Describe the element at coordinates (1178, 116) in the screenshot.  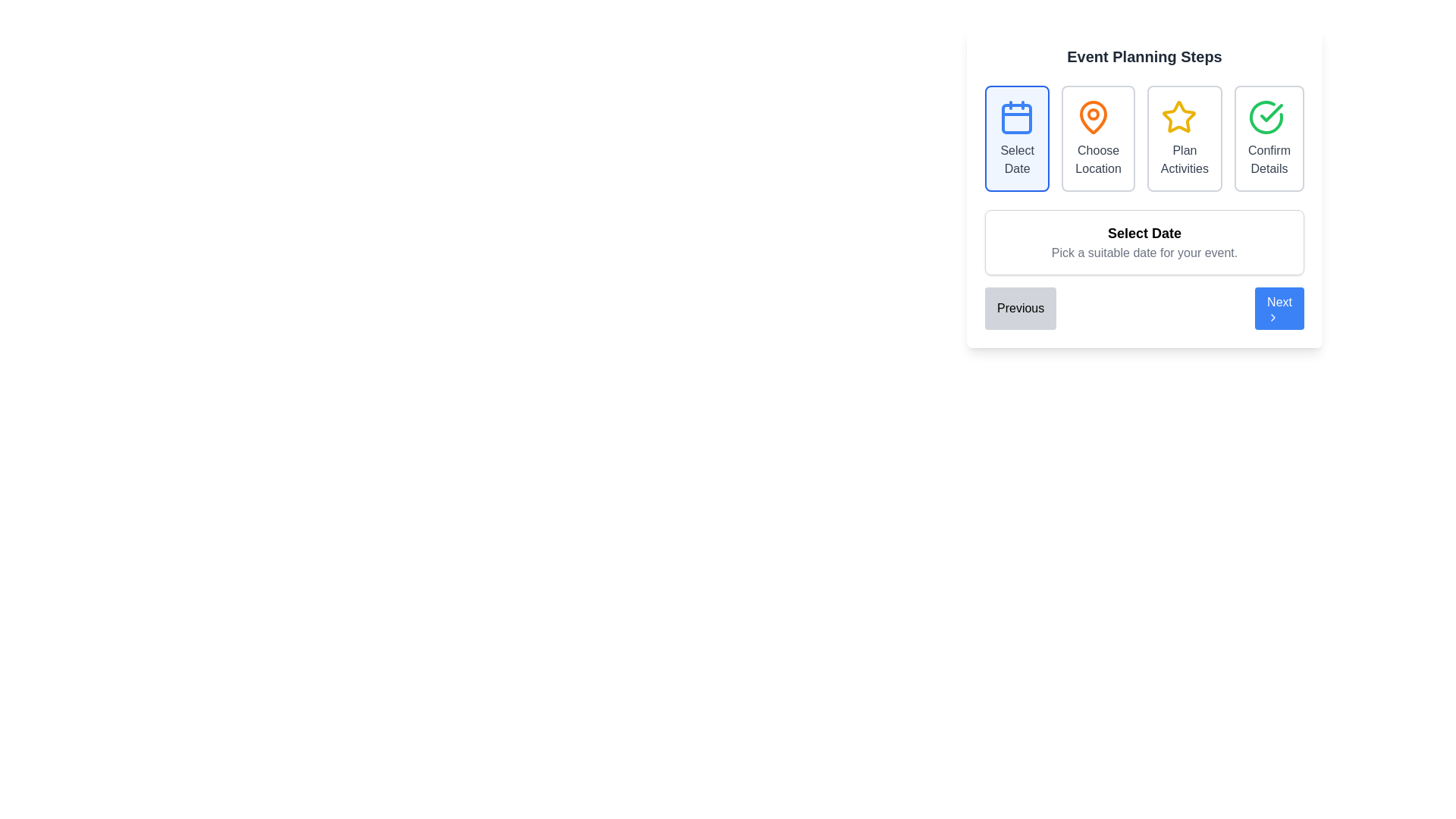
I see `the yellow star-shaped icon, which is the third icon in a horizontal sequence of four icons located near the top of the window` at that location.